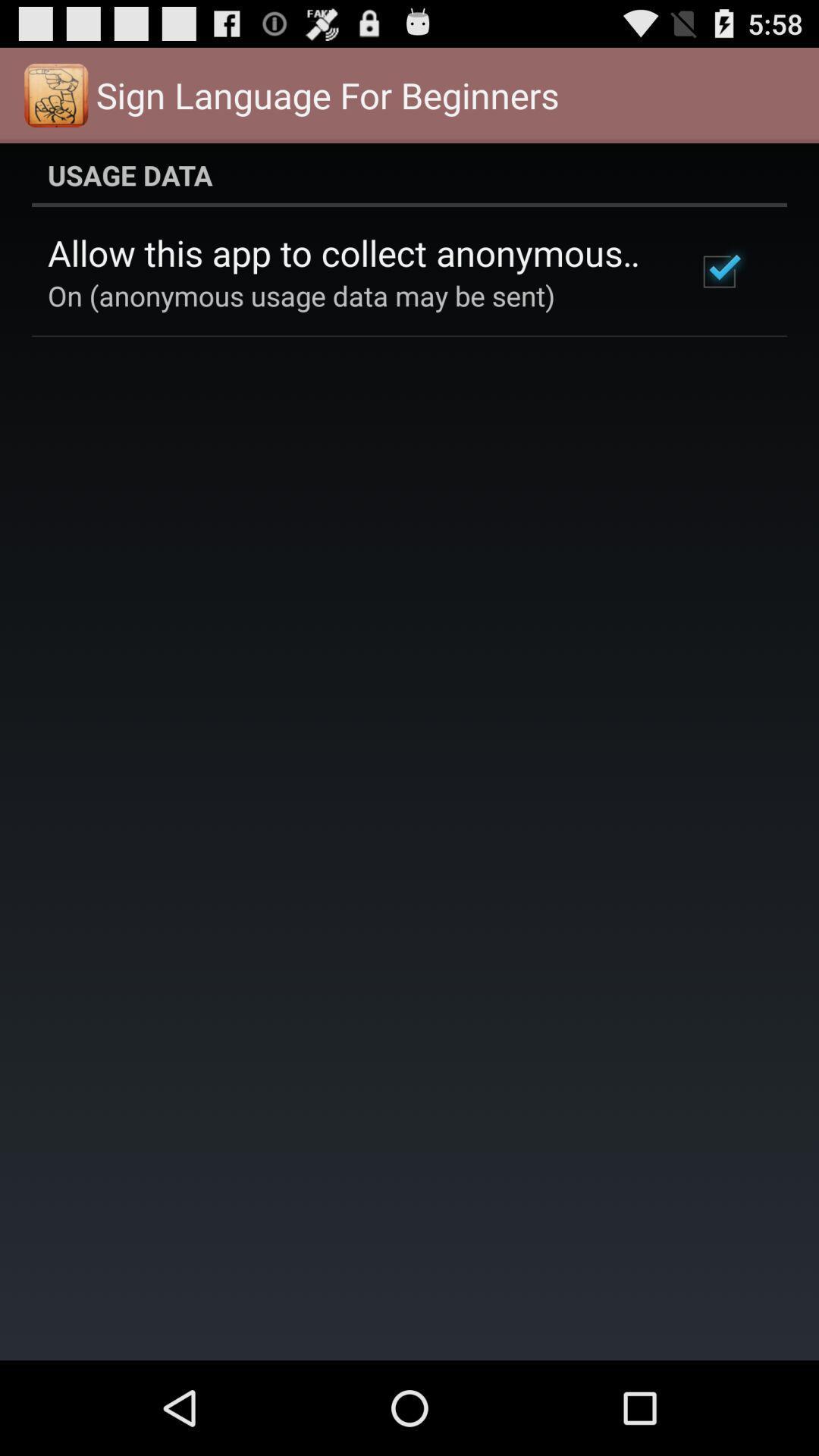  I want to click on app below the usage data icon, so click(351, 253).